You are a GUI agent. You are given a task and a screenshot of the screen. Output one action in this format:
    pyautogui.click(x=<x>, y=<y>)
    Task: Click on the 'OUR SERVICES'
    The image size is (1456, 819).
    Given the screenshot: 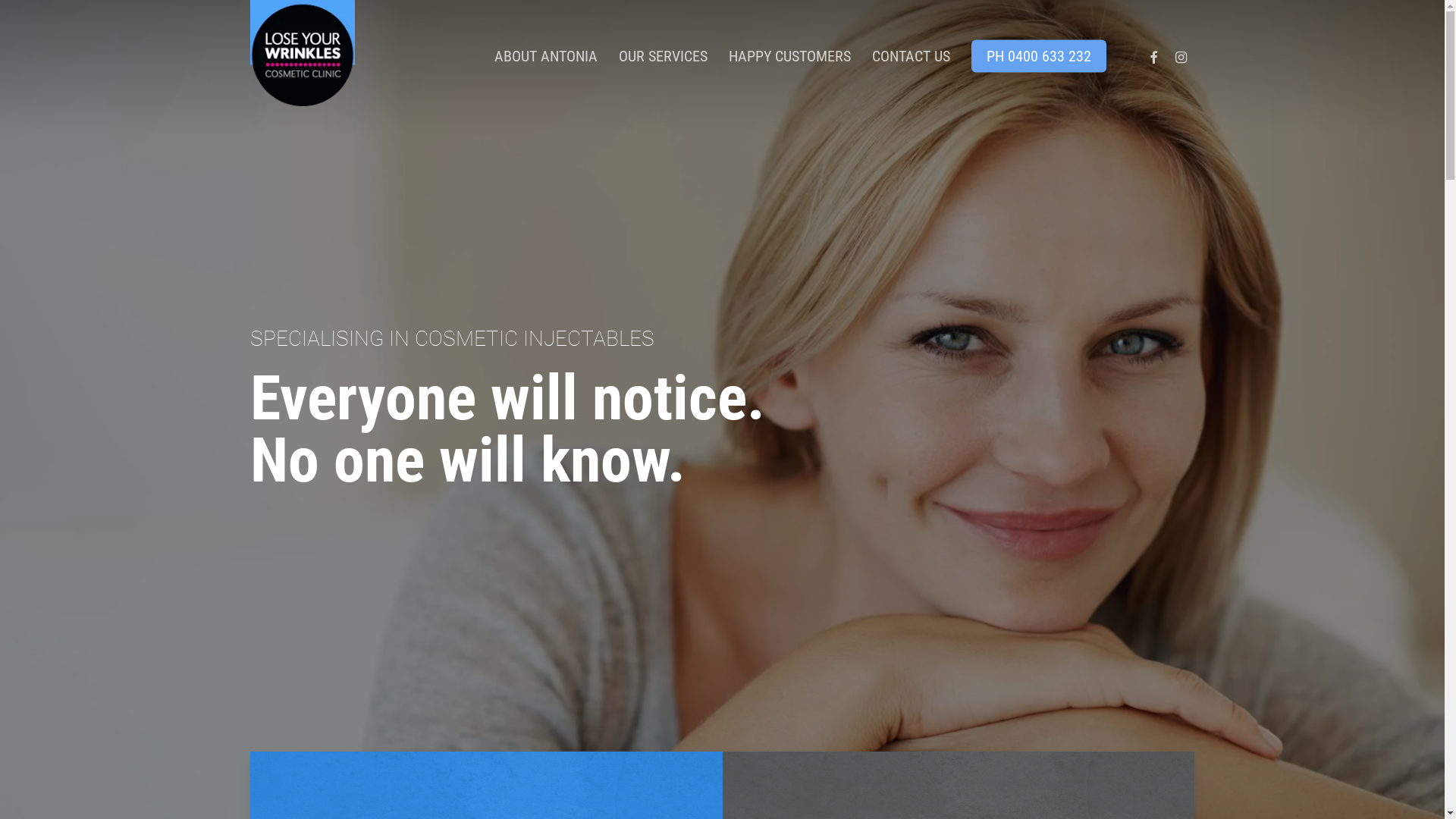 What is the action you would take?
    pyautogui.click(x=663, y=55)
    